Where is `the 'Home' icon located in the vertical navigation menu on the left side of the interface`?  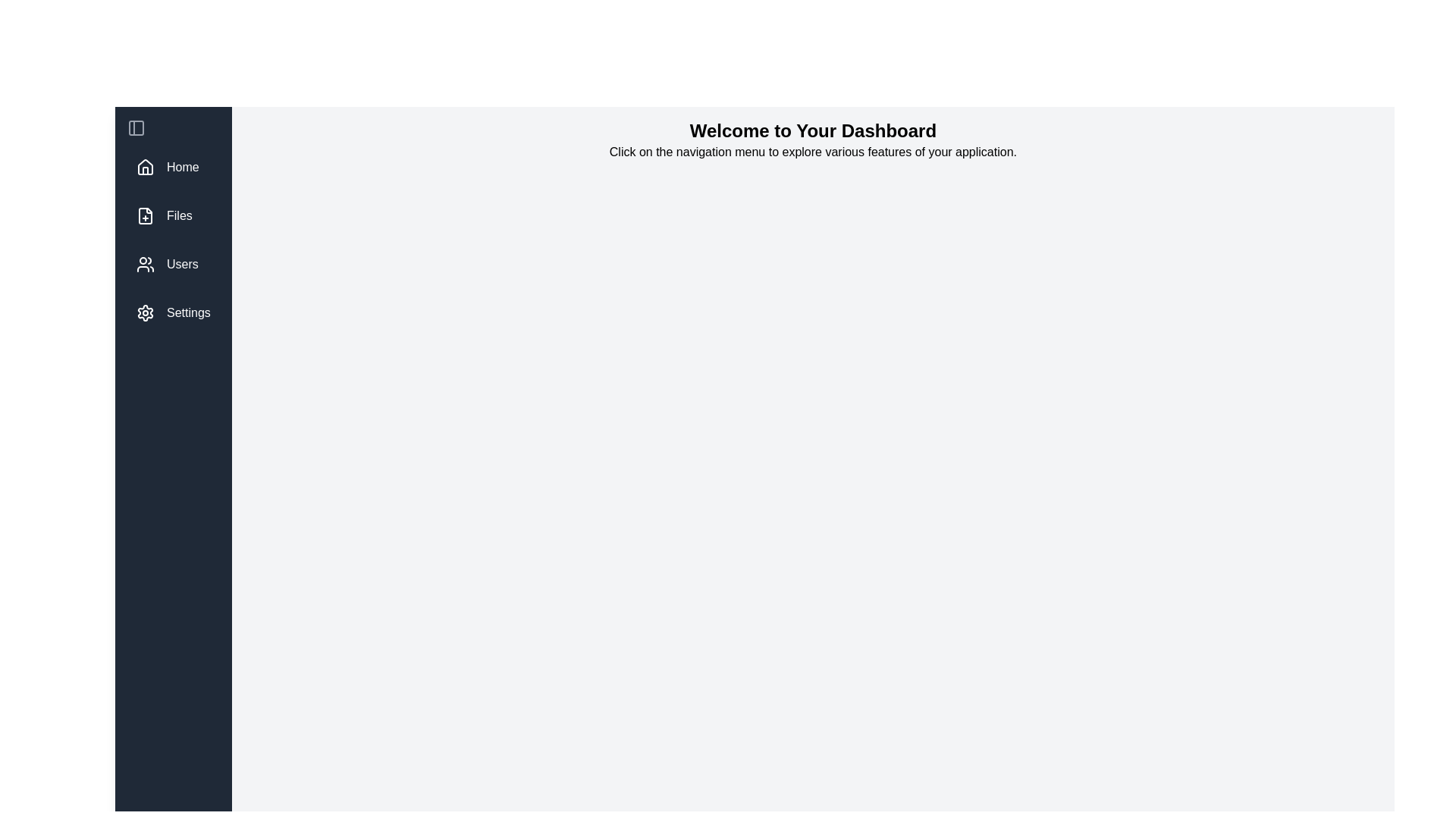
the 'Home' icon located in the vertical navigation menu on the left side of the interface is located at coordinates (146, 167).